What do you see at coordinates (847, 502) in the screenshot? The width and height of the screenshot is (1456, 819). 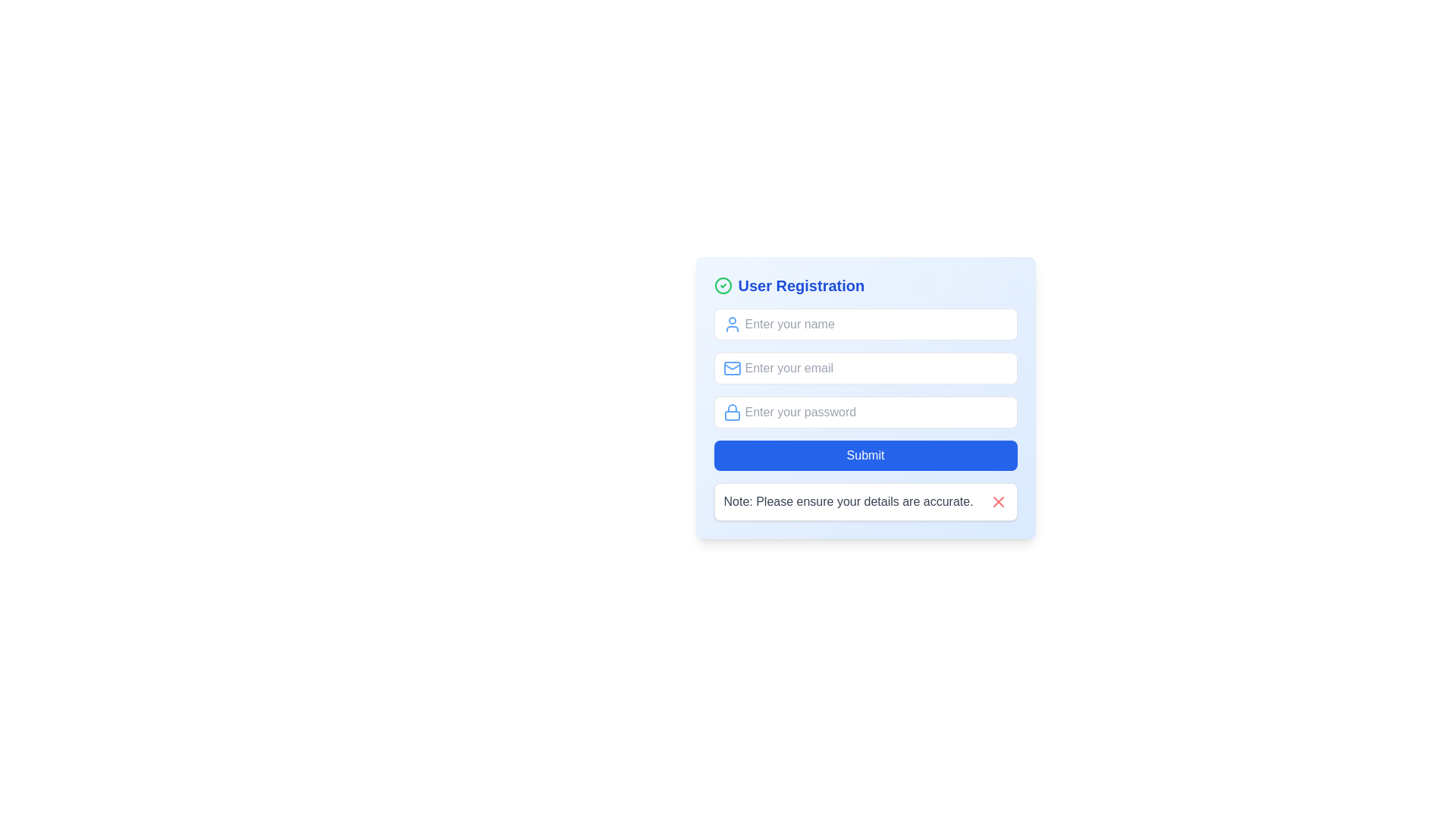 I see `the static text element displaying 'Note: Please ensure your details are accurate.' located below the 'Submit' button in the user registration form` at bounding box center [847, 502].